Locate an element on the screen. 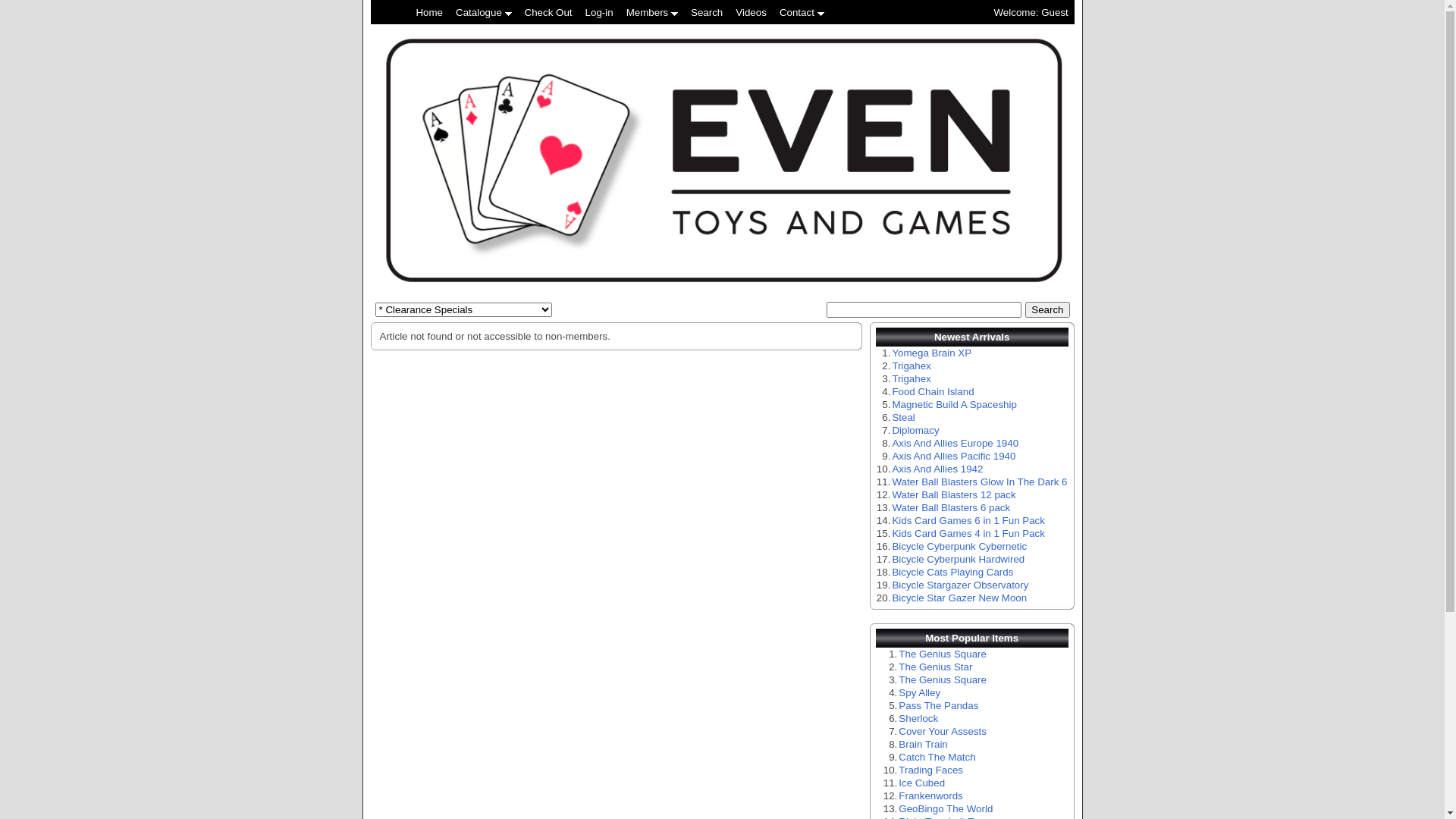 The width and height of the screenshot is (1456, 819). 'Contact' is located at coordinates (801, 12).